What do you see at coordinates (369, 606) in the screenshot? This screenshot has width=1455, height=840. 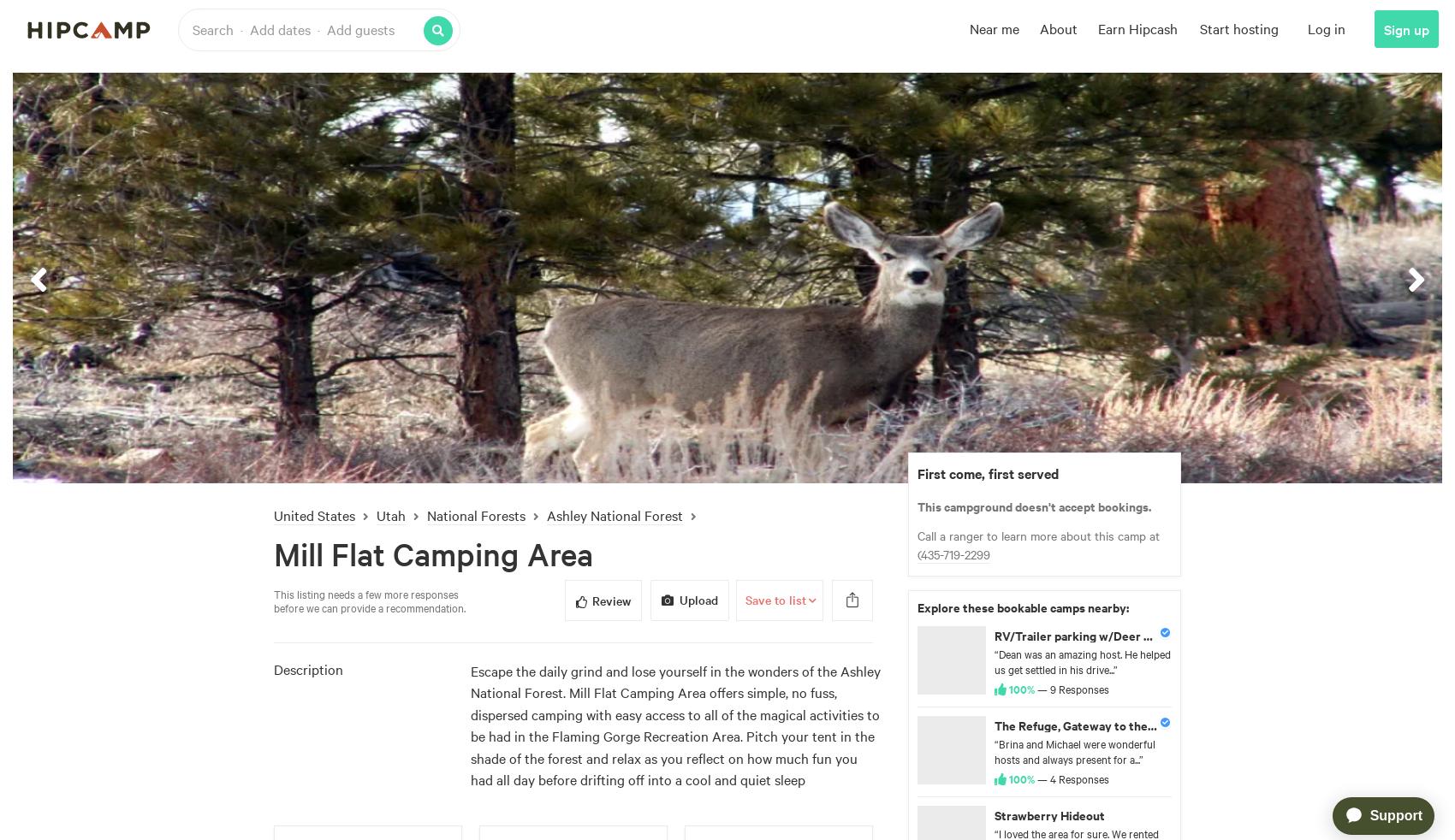 I see `'before
we can provide a recommendation.'` at bounding box center [369, 606].